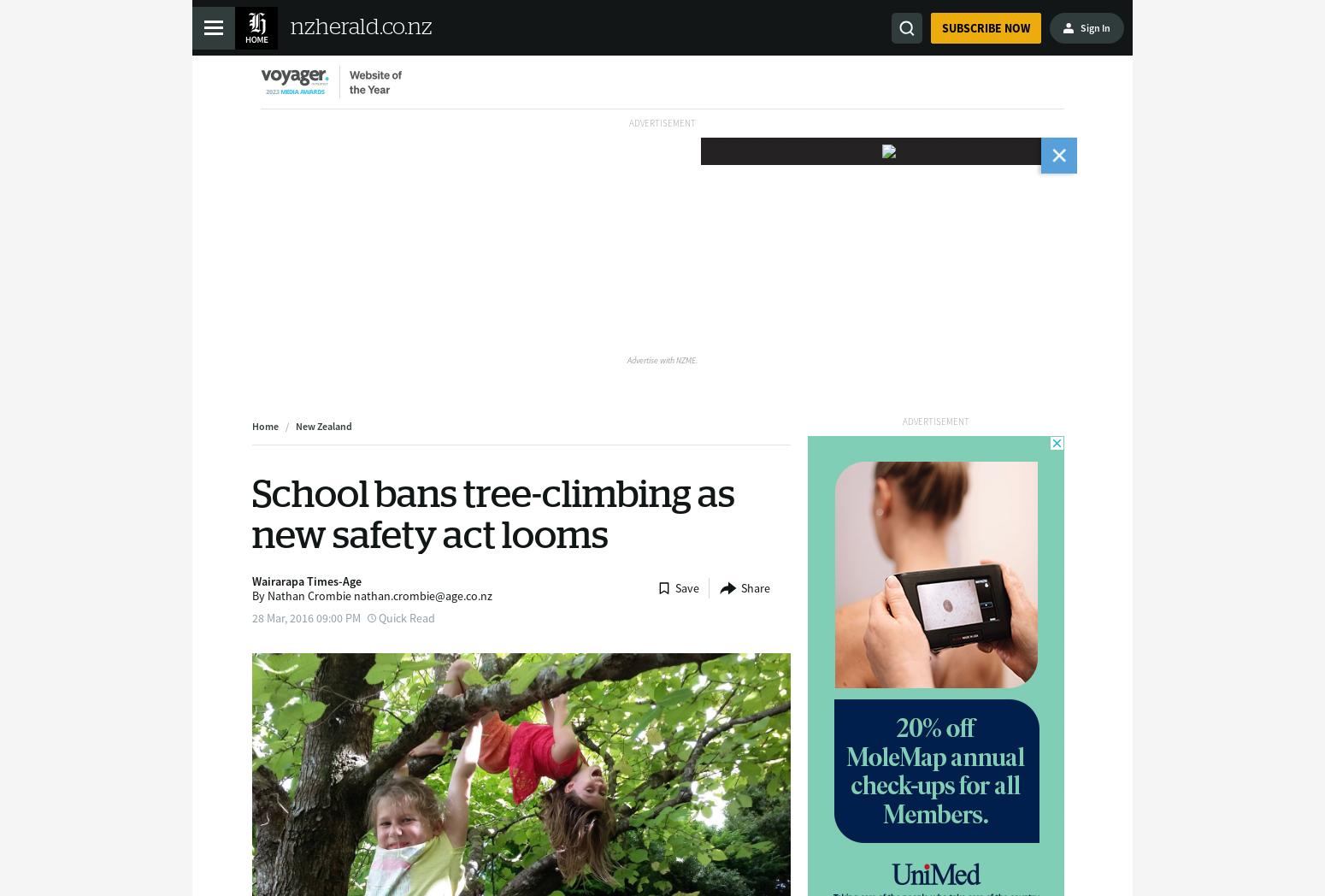 Image resolution: width=1325 pixels, height=896 pixels. Describe the element at coordinates (294, 426) in the screenshot. I see `'New Zealand'` at that location.